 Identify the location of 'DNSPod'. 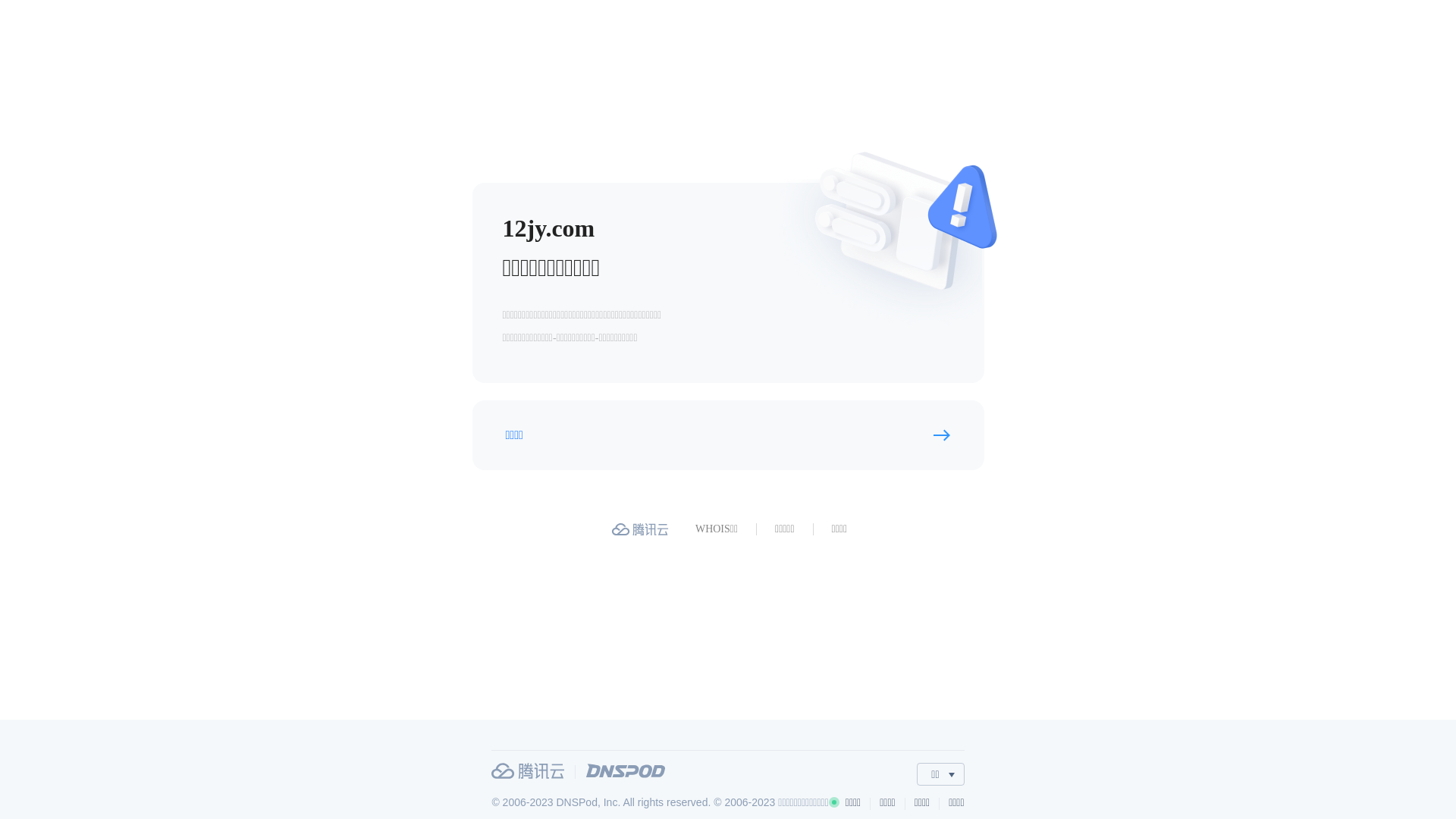
(585, 770).